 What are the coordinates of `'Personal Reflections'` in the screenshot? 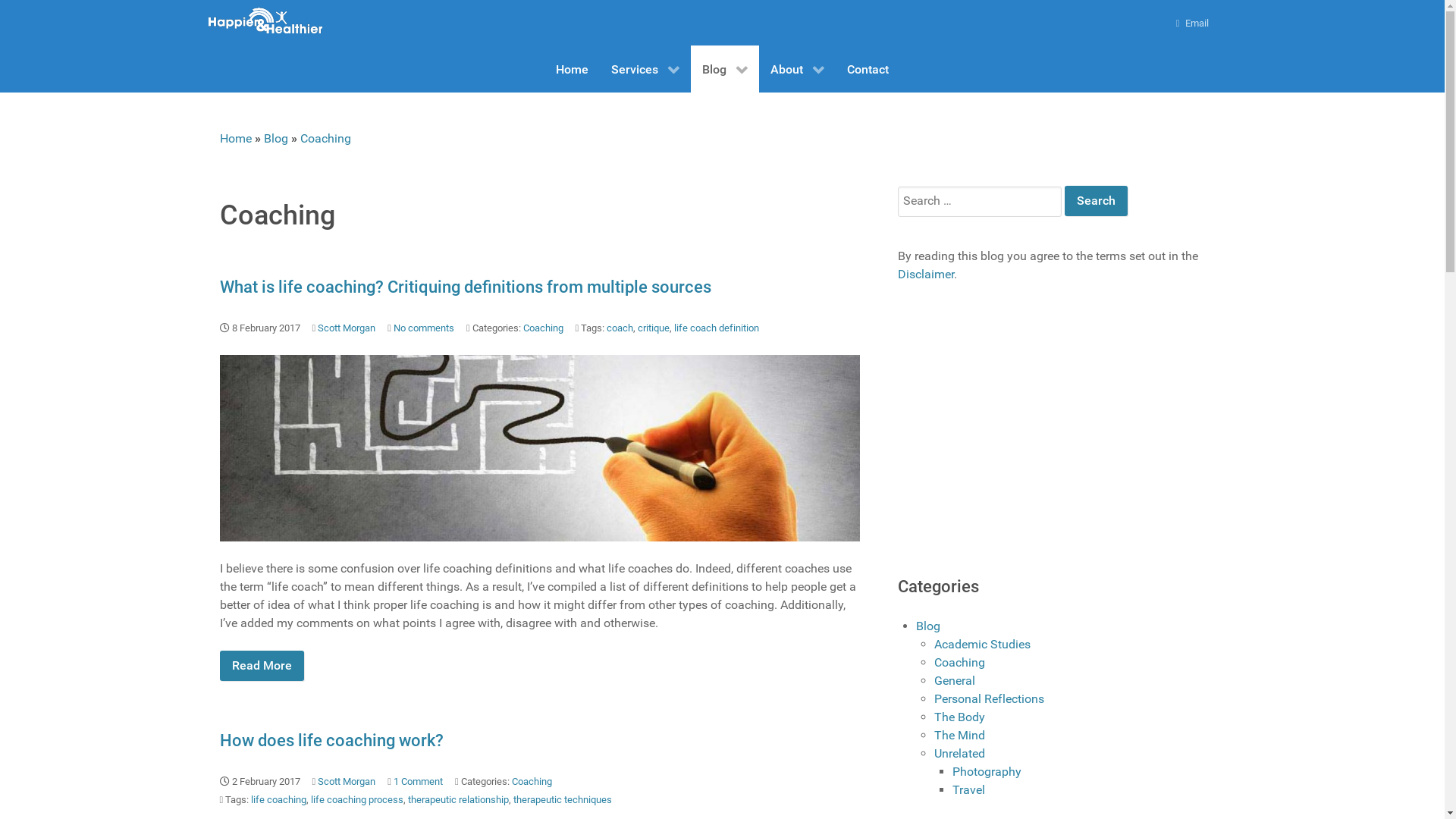 It's located at (989, 698).